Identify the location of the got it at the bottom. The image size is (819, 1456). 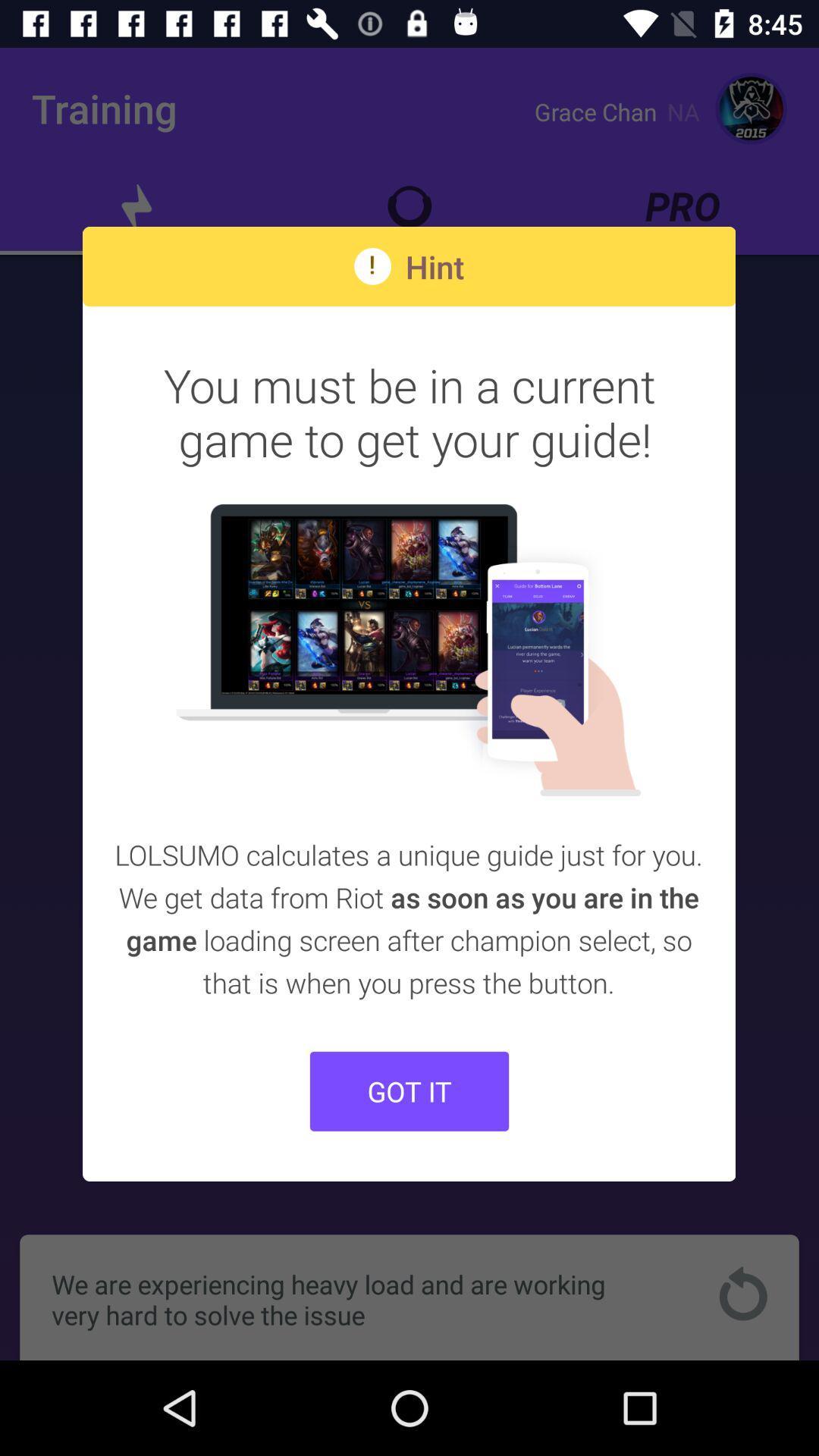
(409, 1090).